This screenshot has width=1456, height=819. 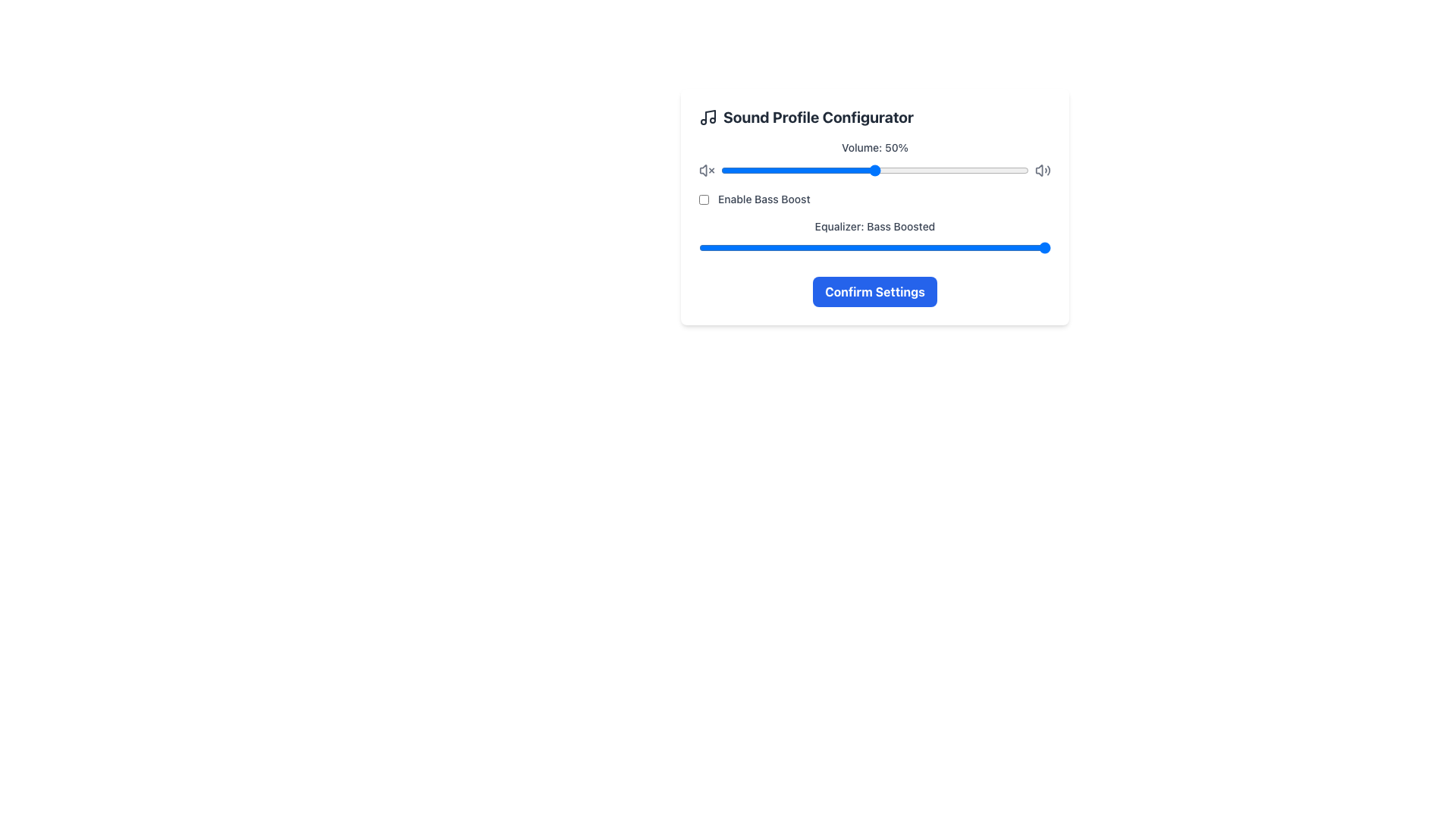 What do you see at coordinates (815, 247) in the screenshot?
I see `the equalizer level` at bounding box center [815, 247].